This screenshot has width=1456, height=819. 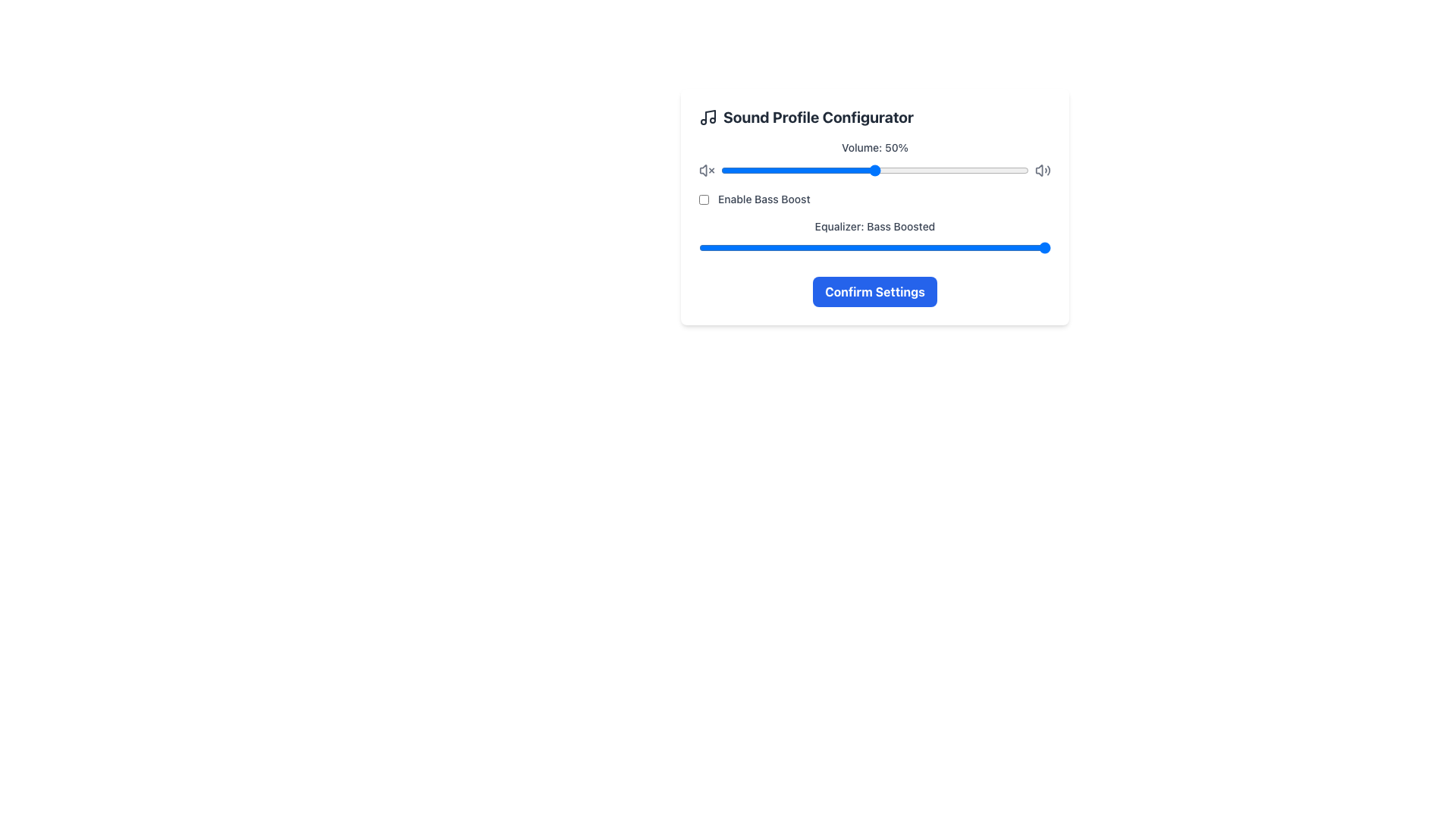 What do you see at coordinates (815, 247) in the screenshot?
I see `the equalizer level` at bounding box center [815, 247].